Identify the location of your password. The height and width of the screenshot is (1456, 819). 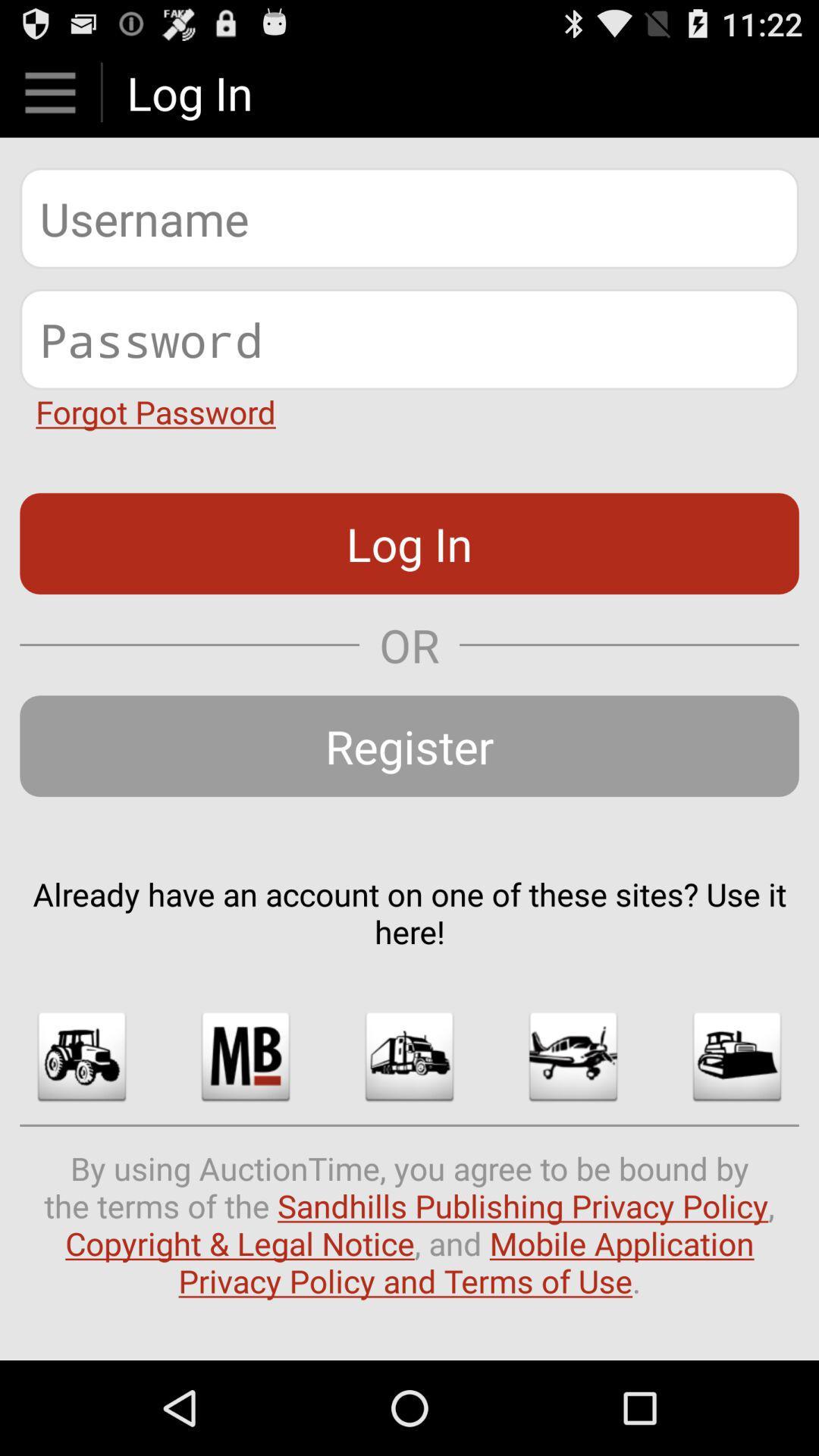
(409, 338).